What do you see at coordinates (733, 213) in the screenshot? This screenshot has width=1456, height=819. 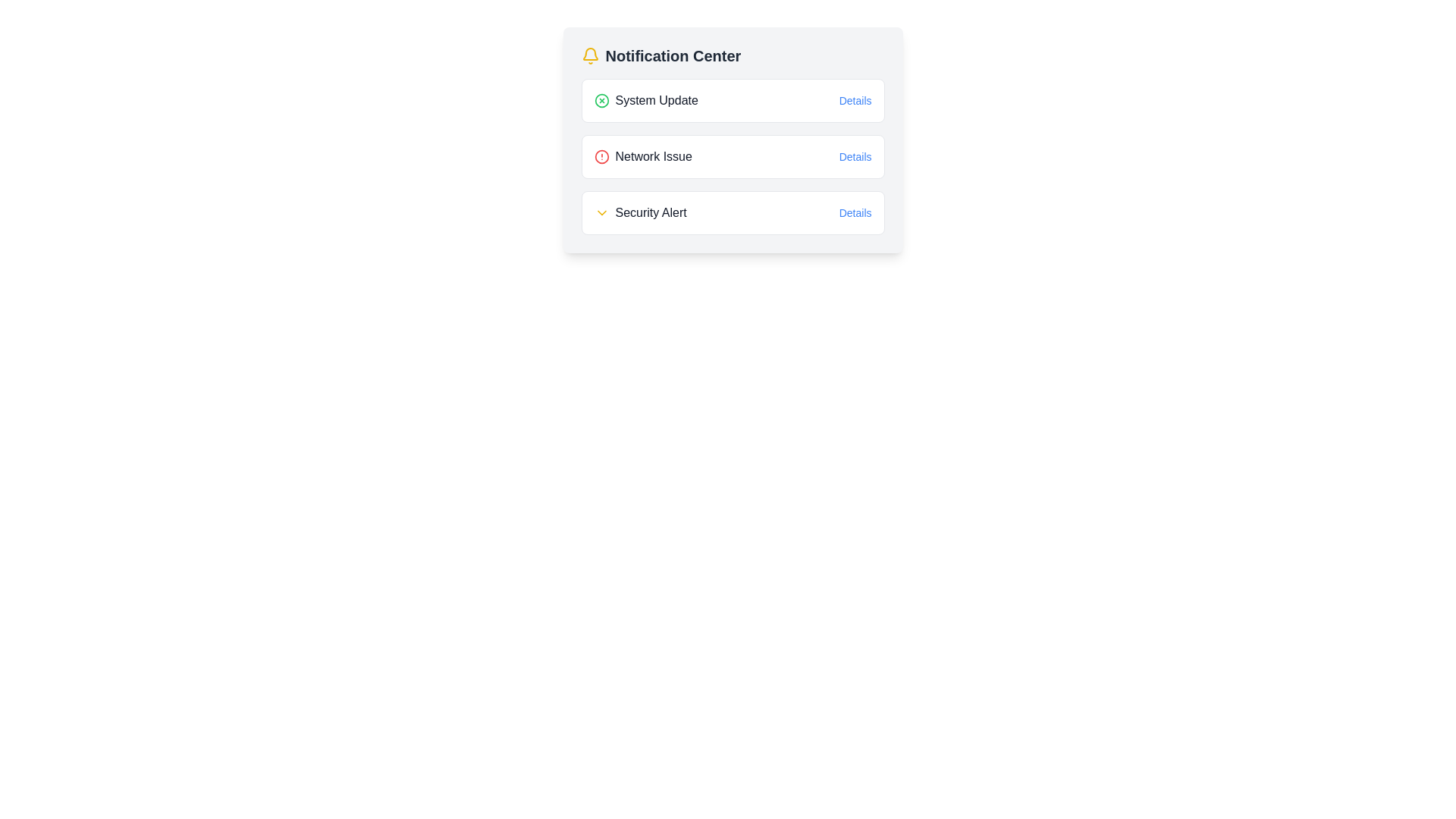 I see `the third notification list item titled 'Security Alert'` at bounding box center [733, 213].